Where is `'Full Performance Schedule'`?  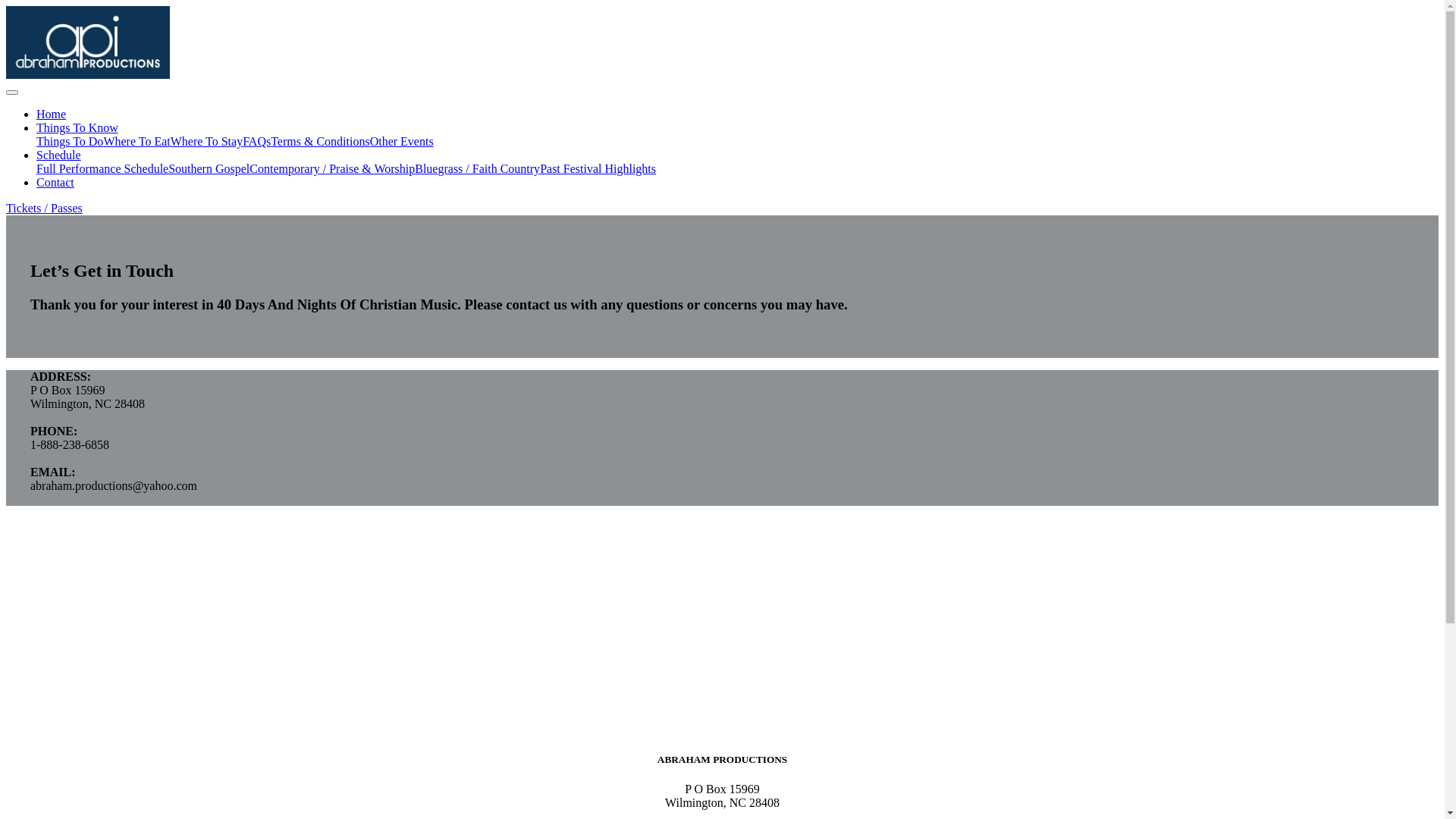
'Full Performance Schedule' is located at coordinates (101, 168).